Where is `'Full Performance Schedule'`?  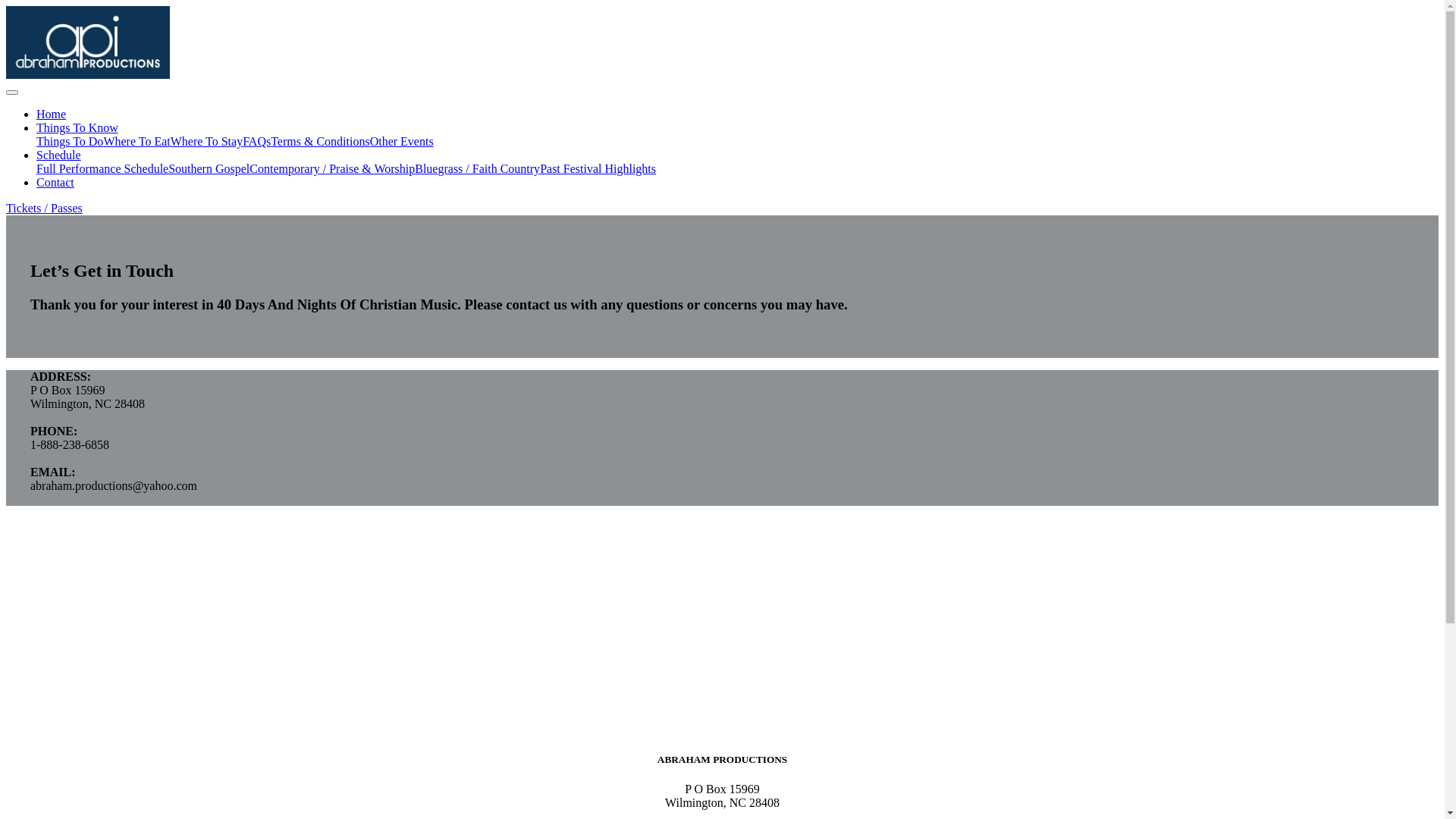
'Full Performance Schedule' is located at coordinates (101, 168).